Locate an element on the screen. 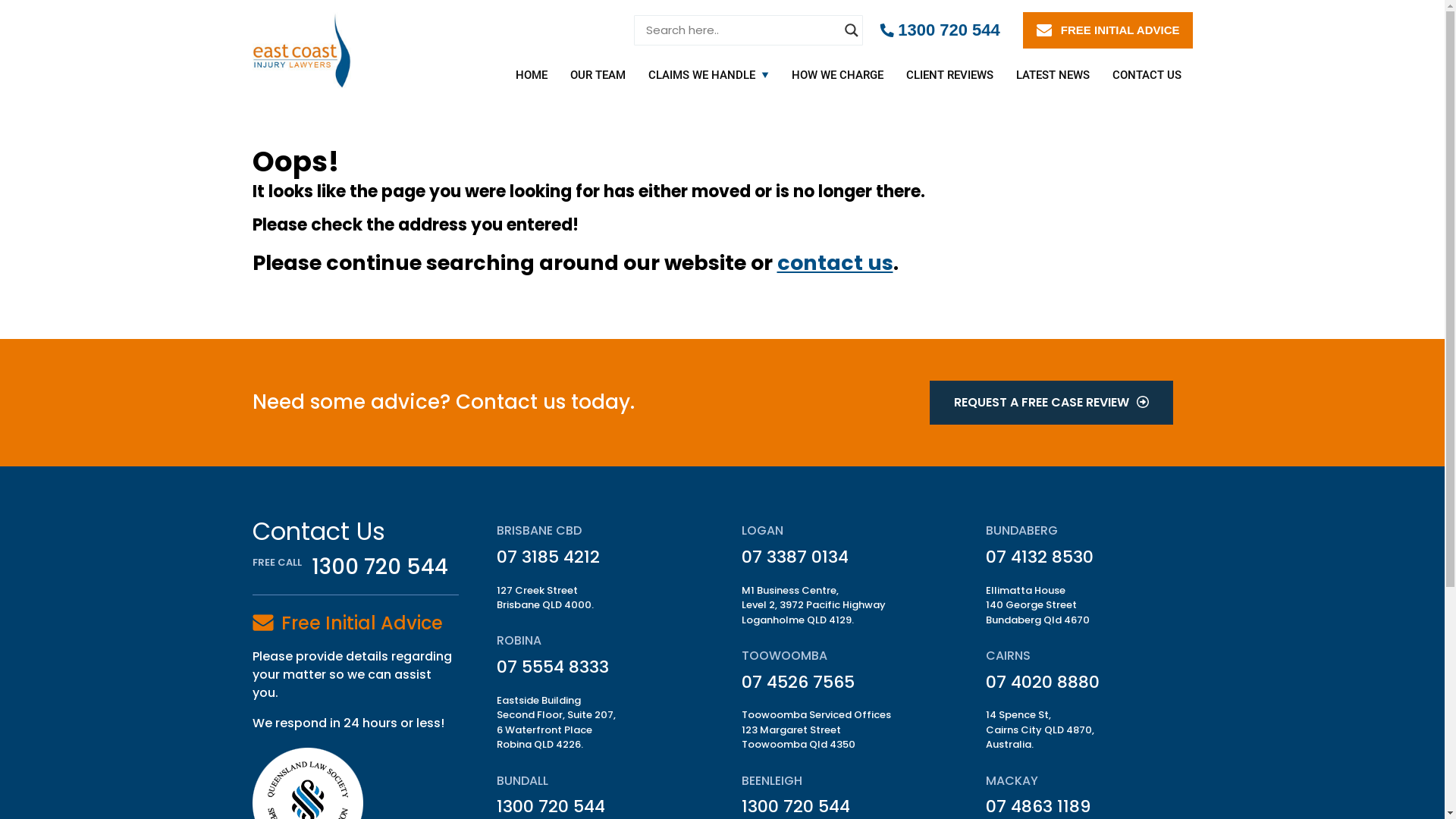  '07 5554 8333' is located at coordinates (552, 666).